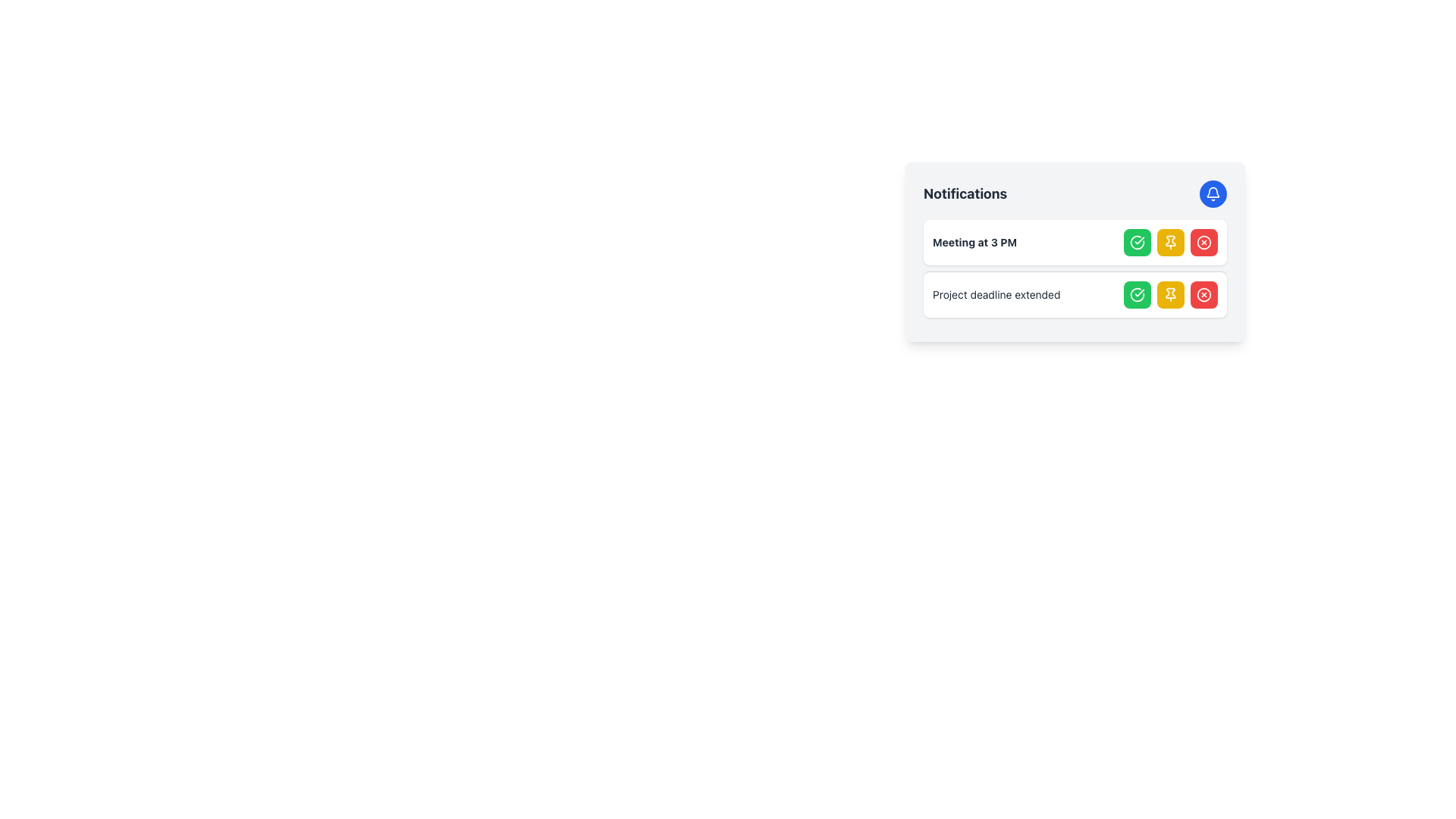 The image size is (1456, 819). What do you see at coordinates (1212, 193) in the screenshot?
I see `the circular blue button with a white bell icon located at the top-right corner of the 'Notifications' section` at bounding box center [1212, 193].